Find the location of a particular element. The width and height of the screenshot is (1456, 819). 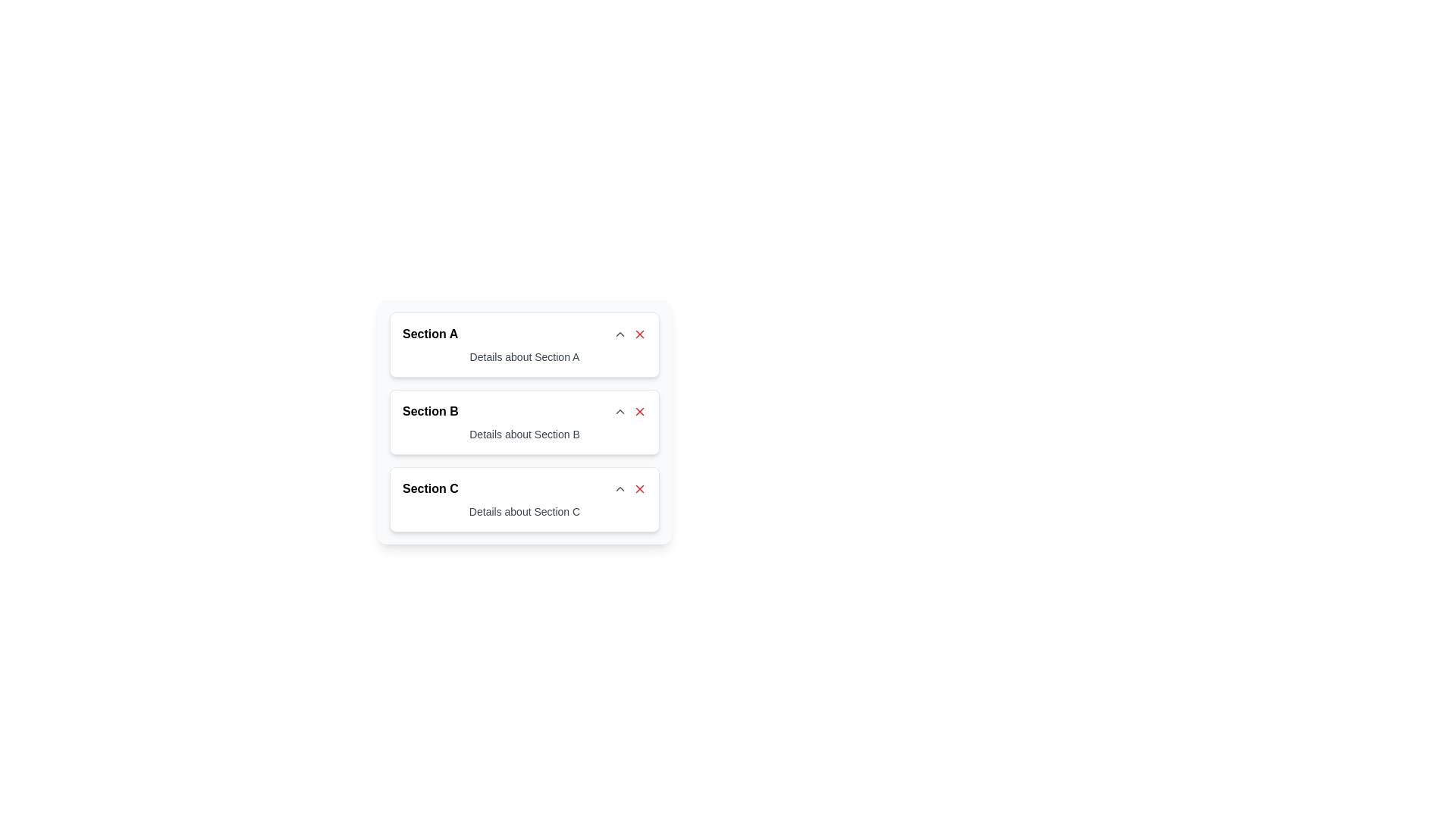

the diagonal cross ('X') icon button in the top-right corner of 'Section C' to receive a tooltip or effect is located at coordinates (640, 488).